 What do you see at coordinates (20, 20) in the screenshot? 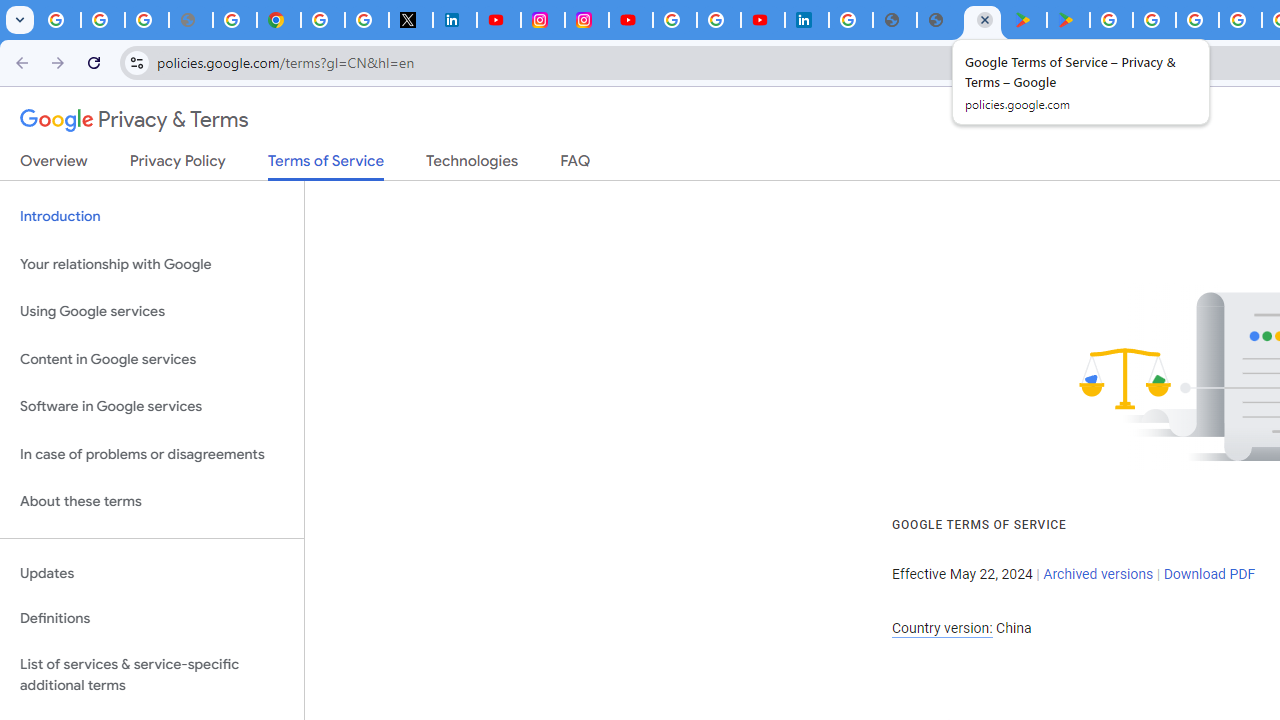
I see `'Search tabs'` at bounding box center [20, 20].